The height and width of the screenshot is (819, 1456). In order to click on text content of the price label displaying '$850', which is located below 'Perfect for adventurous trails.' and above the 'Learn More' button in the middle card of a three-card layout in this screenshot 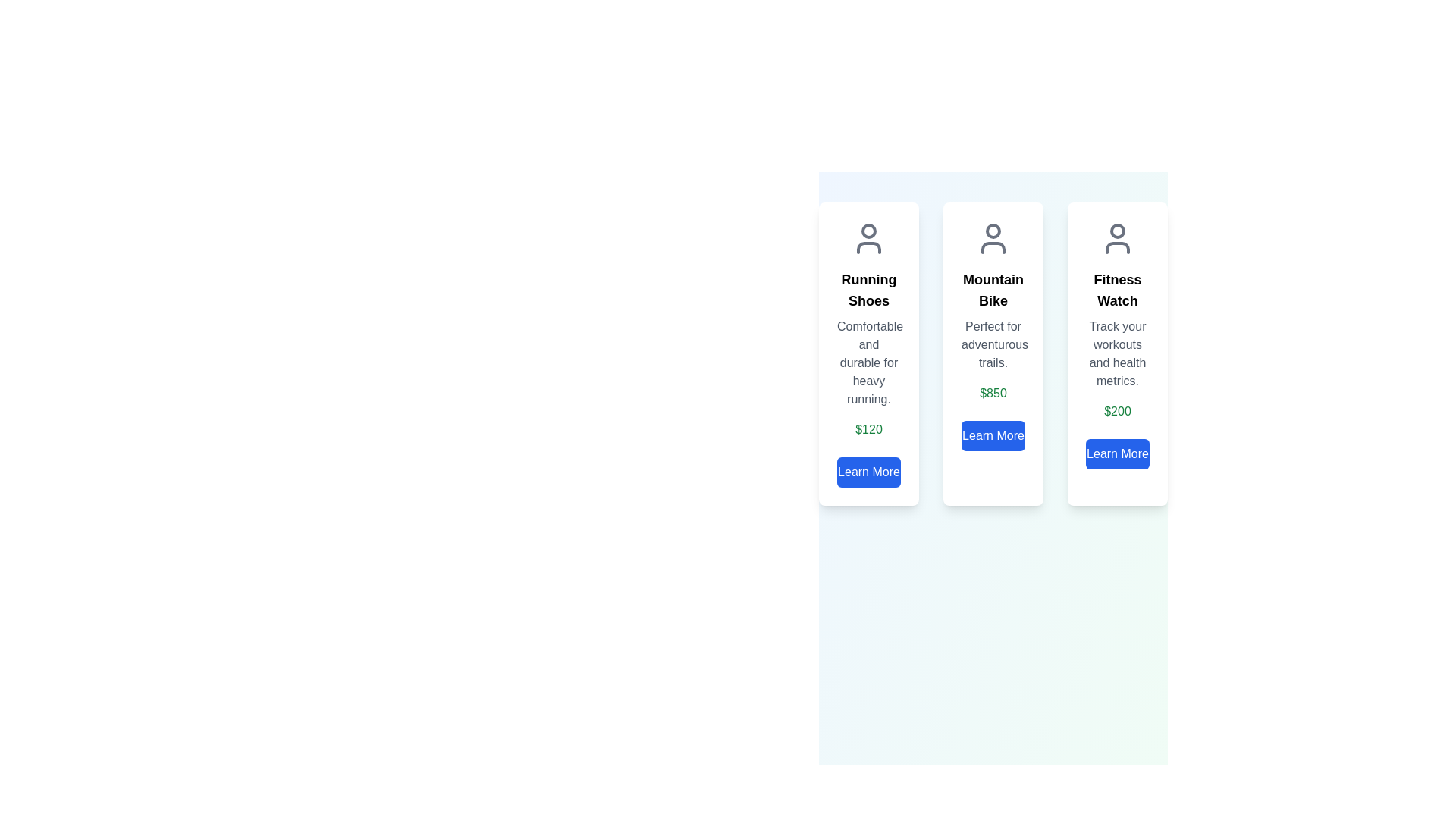, I will do `click(993, 393)`.